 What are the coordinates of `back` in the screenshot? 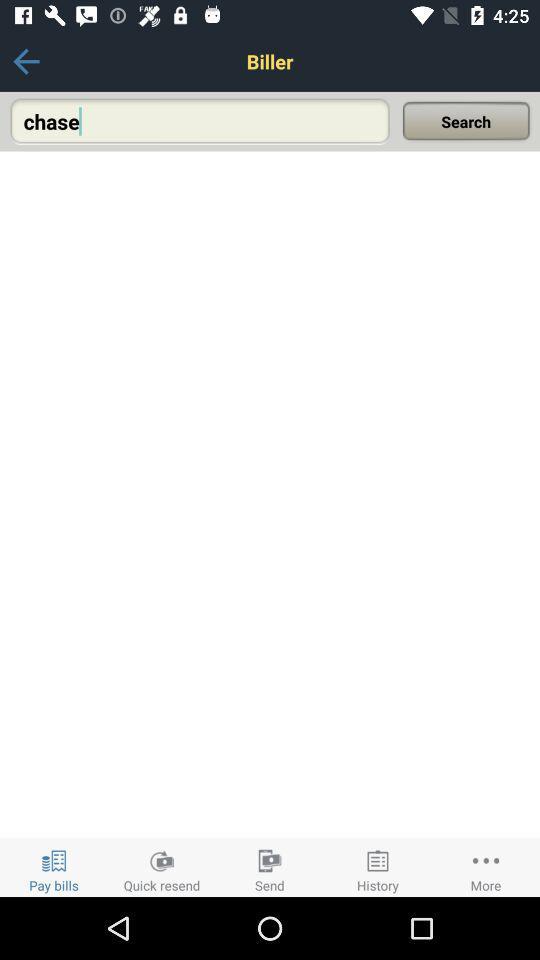 It's located at (25, 61).